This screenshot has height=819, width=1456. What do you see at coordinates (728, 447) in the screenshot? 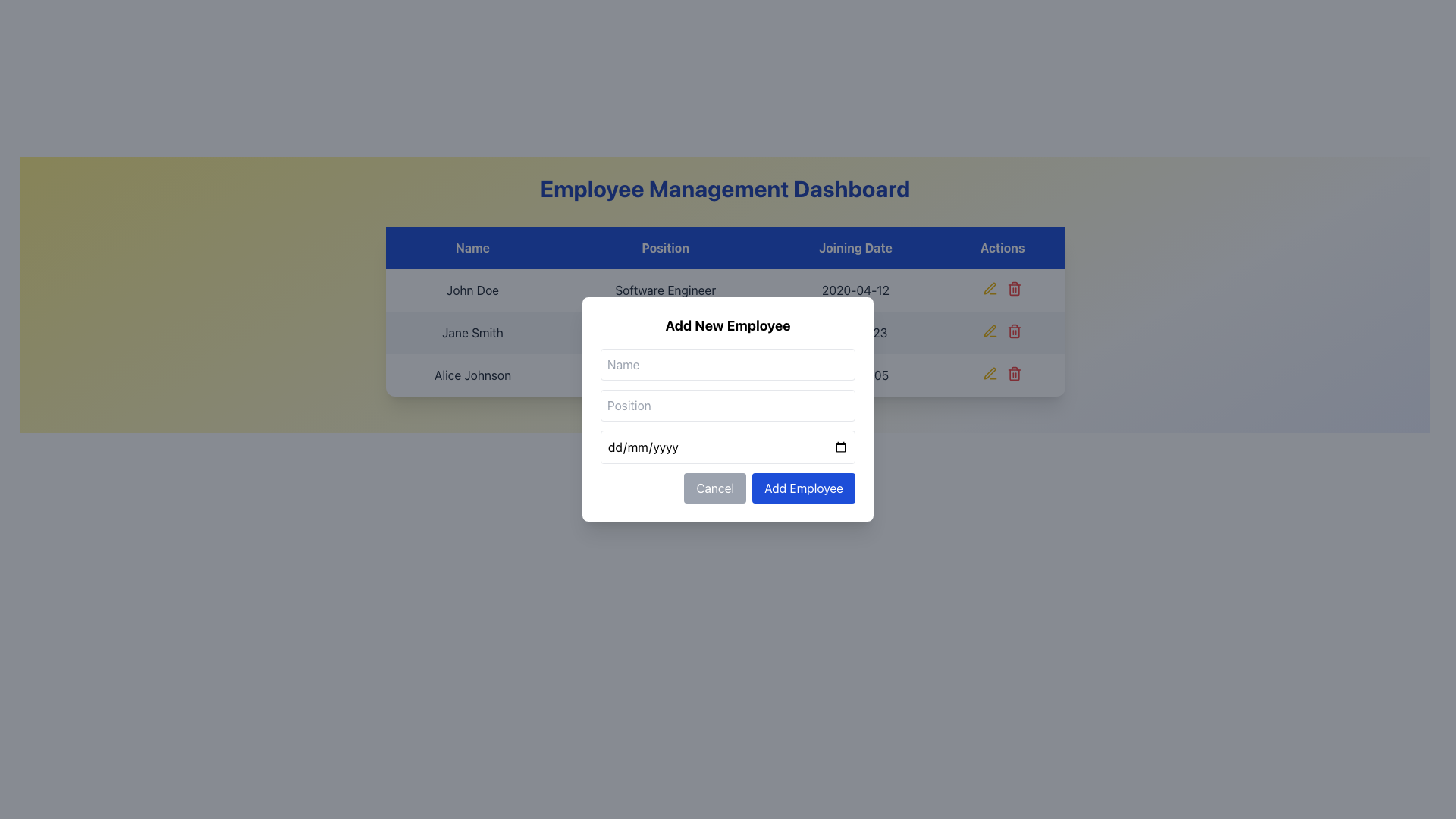
I see `a date from the calendar popup in the date input field located in the 'Add New Employee' modal dialog, which is styled with a rounded border and has a placeholder 'dd/mm/yyyy'` at bounding box center [728, 447].